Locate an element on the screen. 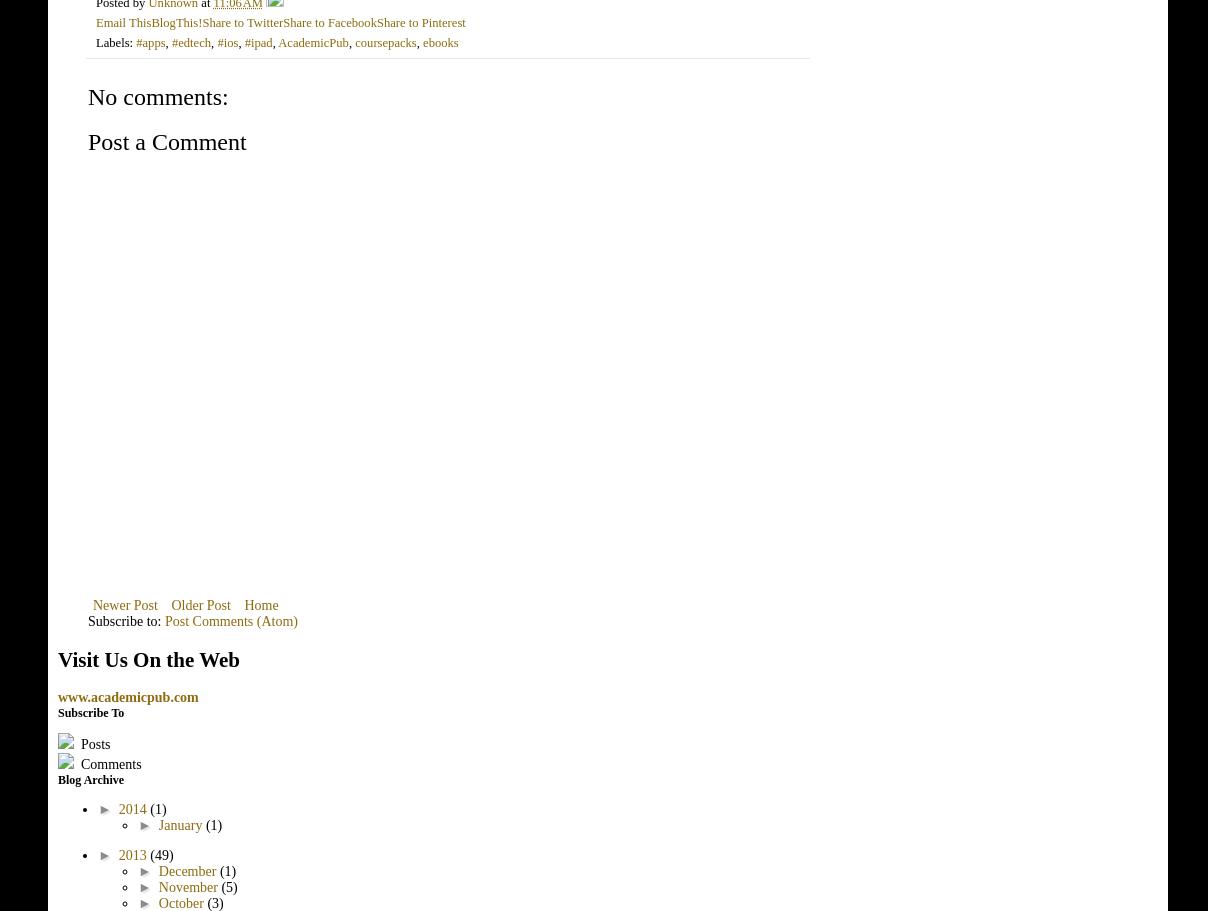 The width and height of the screenshot is (1208, 911). 'Email This' is located at coordinates (122, 21).